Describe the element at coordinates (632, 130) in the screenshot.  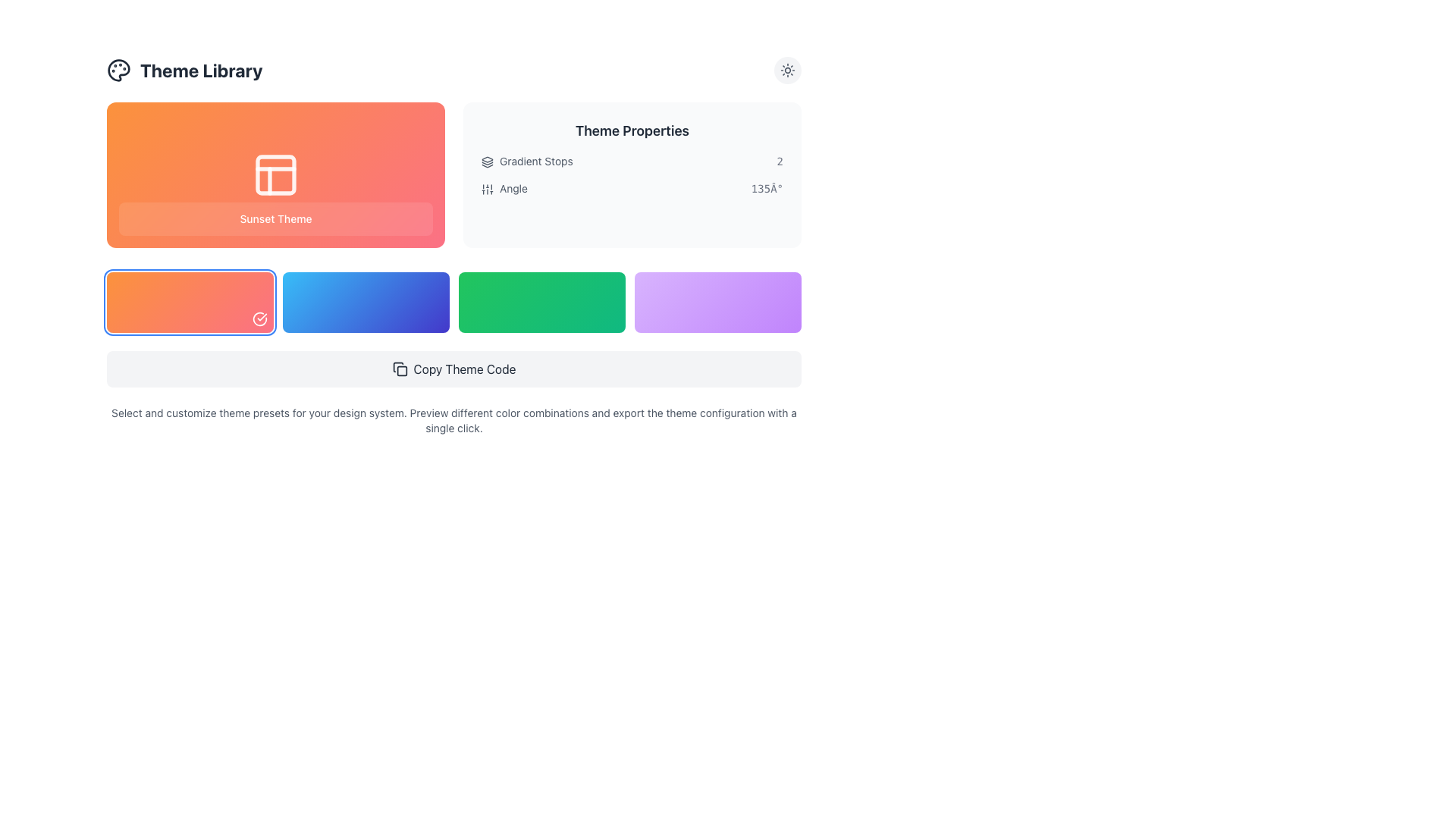
I see `the 'Theme Properties' header text, which is styled in bold and darker gray, located at the top of the upper-right panel` at that location.